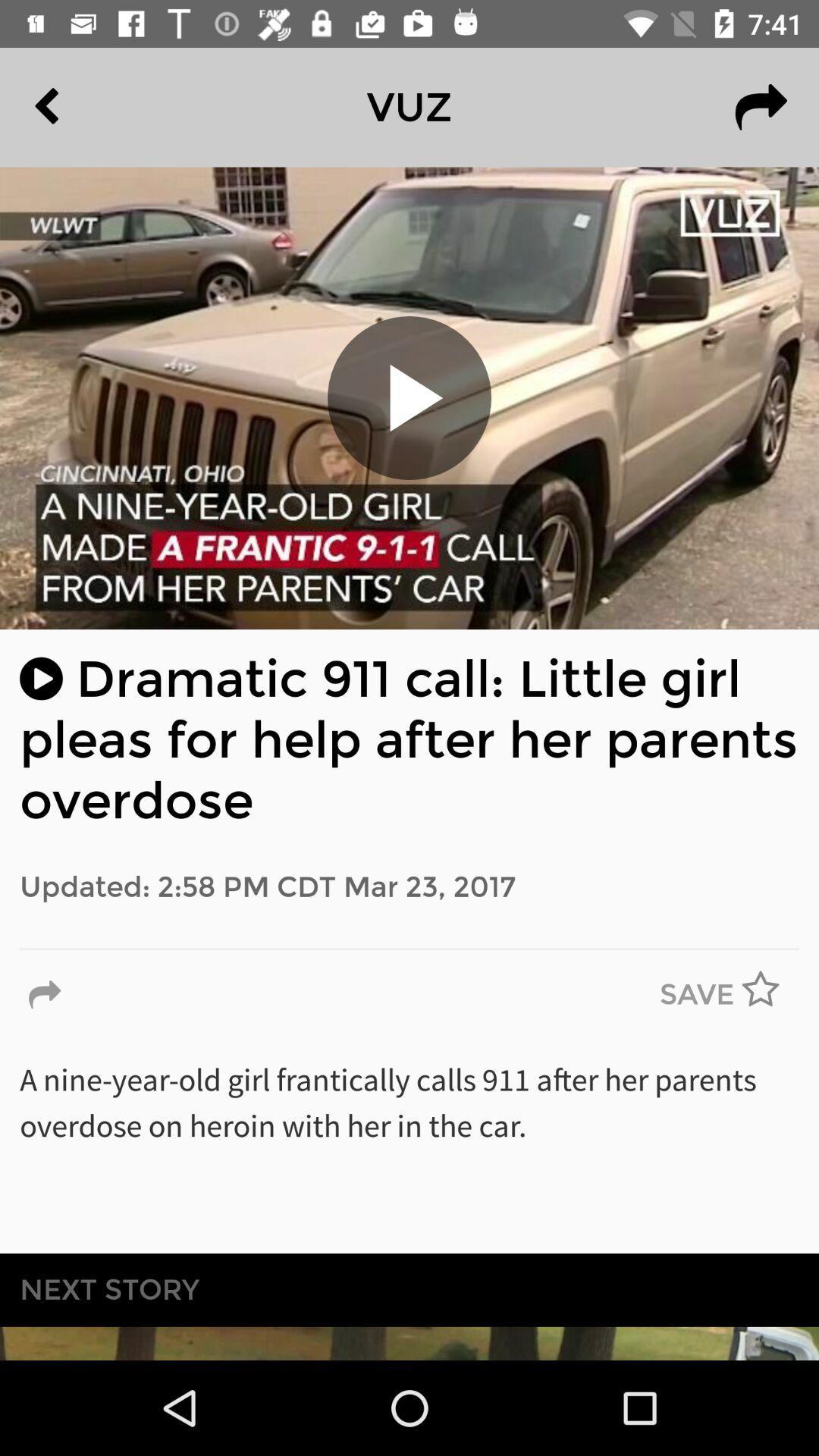 The width and height of the screenshot is (819, 1456). I want to click on icon above the a nine year item, so click(770, 995).